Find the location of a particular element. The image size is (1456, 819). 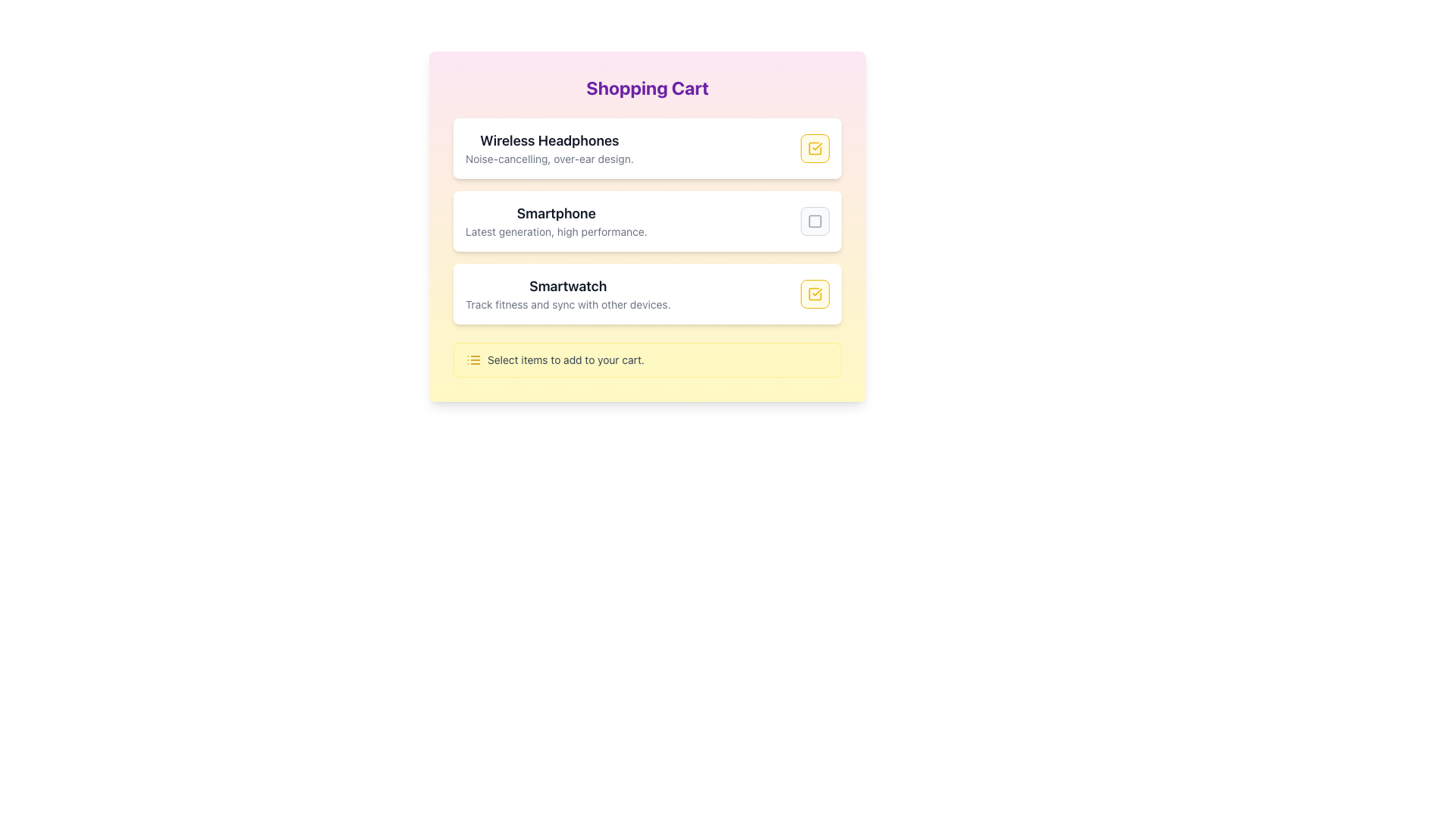

the second icon in the vertical list, which is adjacent to the text 'Smartphone', indicating a feature on or off status is located at coordinates (814, 221).